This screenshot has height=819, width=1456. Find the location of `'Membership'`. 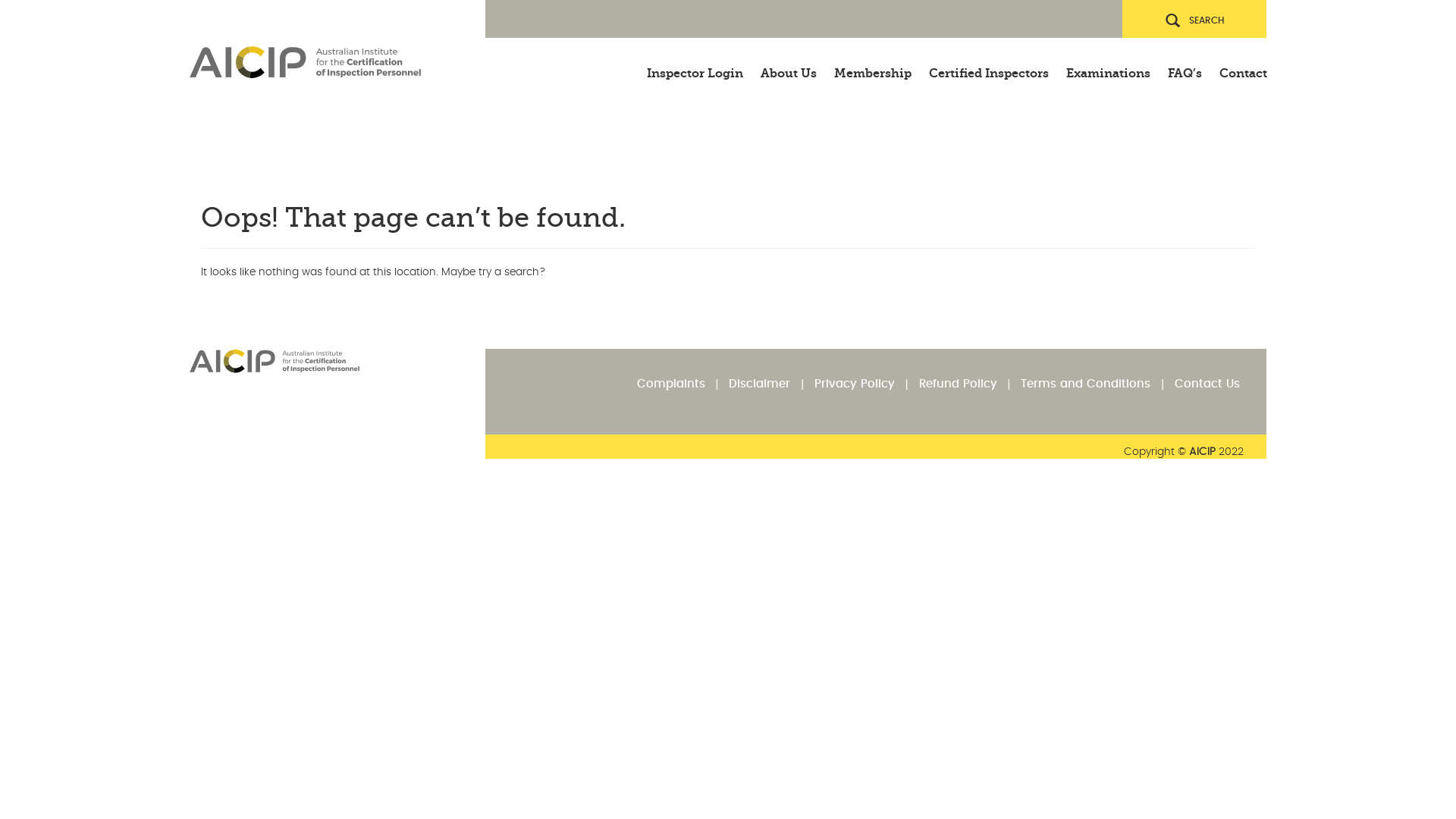

'Membership' is located at coordinates (873, 64).